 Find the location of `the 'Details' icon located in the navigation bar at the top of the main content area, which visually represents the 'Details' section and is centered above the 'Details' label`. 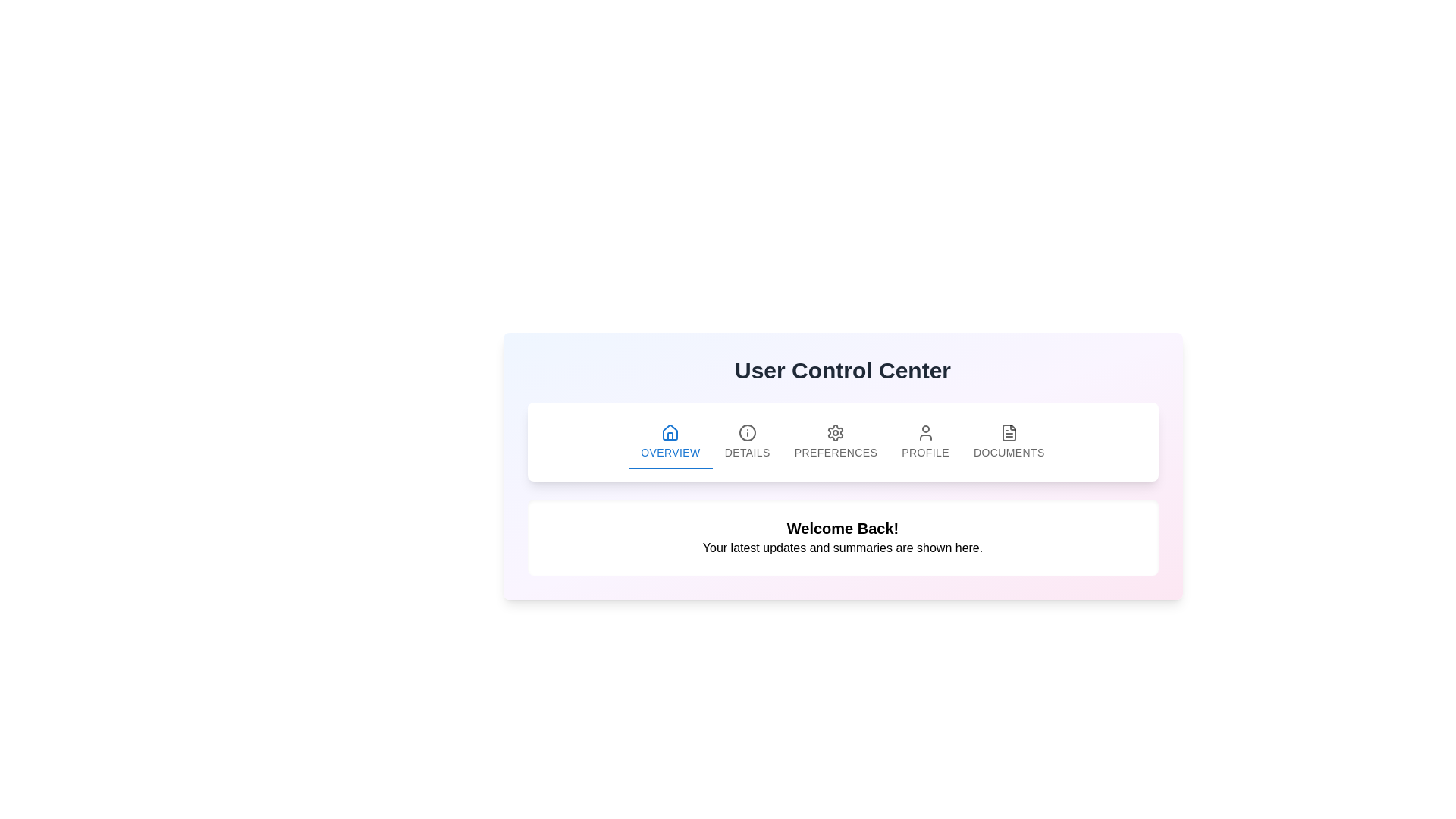

the 'Details' icon located in the navigation bar at the top of the main content area, which visually represents the 'Details' section and is centered above the 'Details' label is located at coordinates (747, 433).